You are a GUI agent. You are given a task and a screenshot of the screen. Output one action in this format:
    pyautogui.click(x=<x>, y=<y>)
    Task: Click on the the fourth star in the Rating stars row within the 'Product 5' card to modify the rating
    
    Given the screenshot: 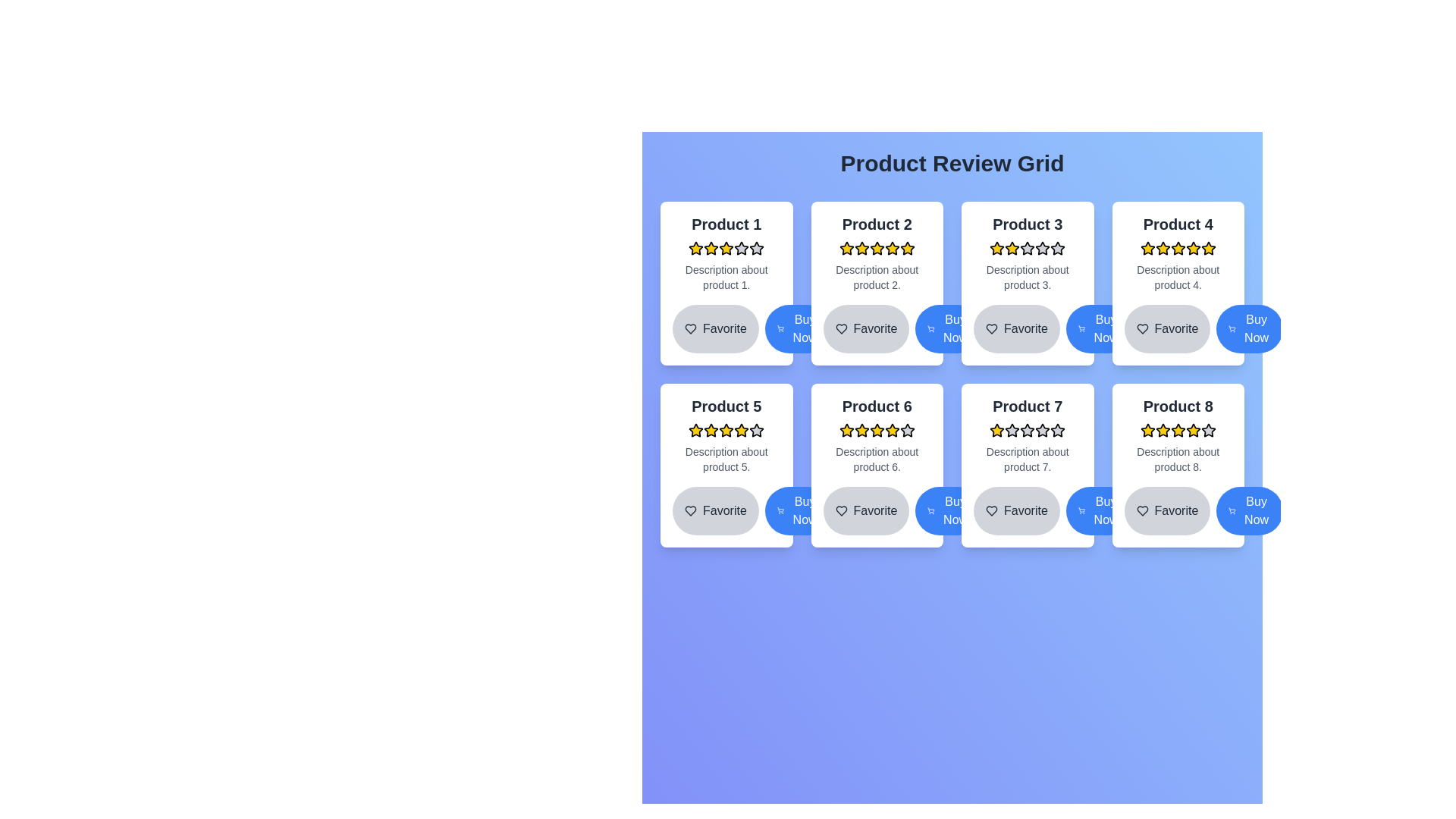 What is the action you would take?
    pyautogui.click(x=726, y=430)
    